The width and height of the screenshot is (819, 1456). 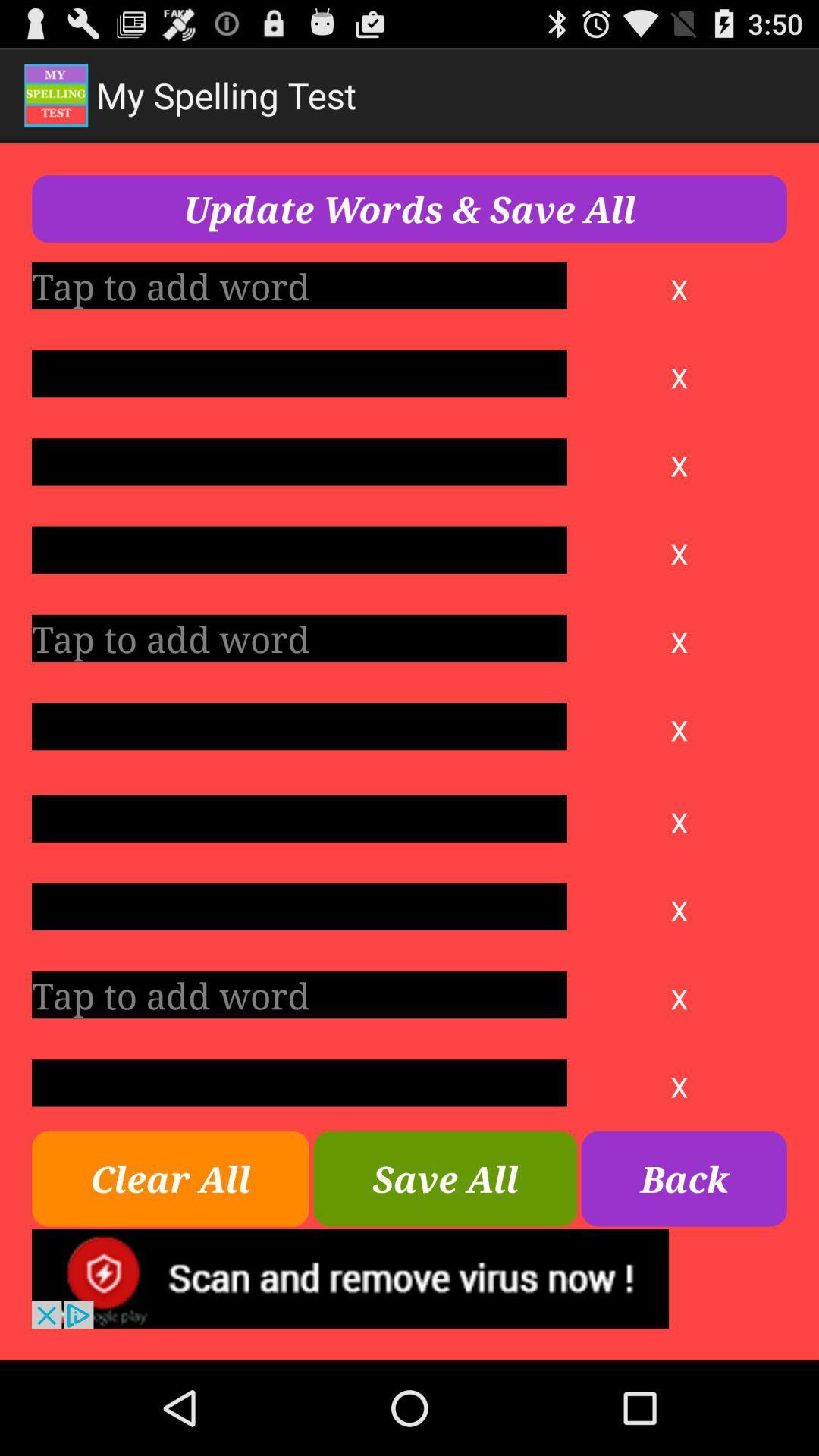 What do you see at coordinates (299, 374) in the screenshot?
I see `text` at bounding box center [299, 374].